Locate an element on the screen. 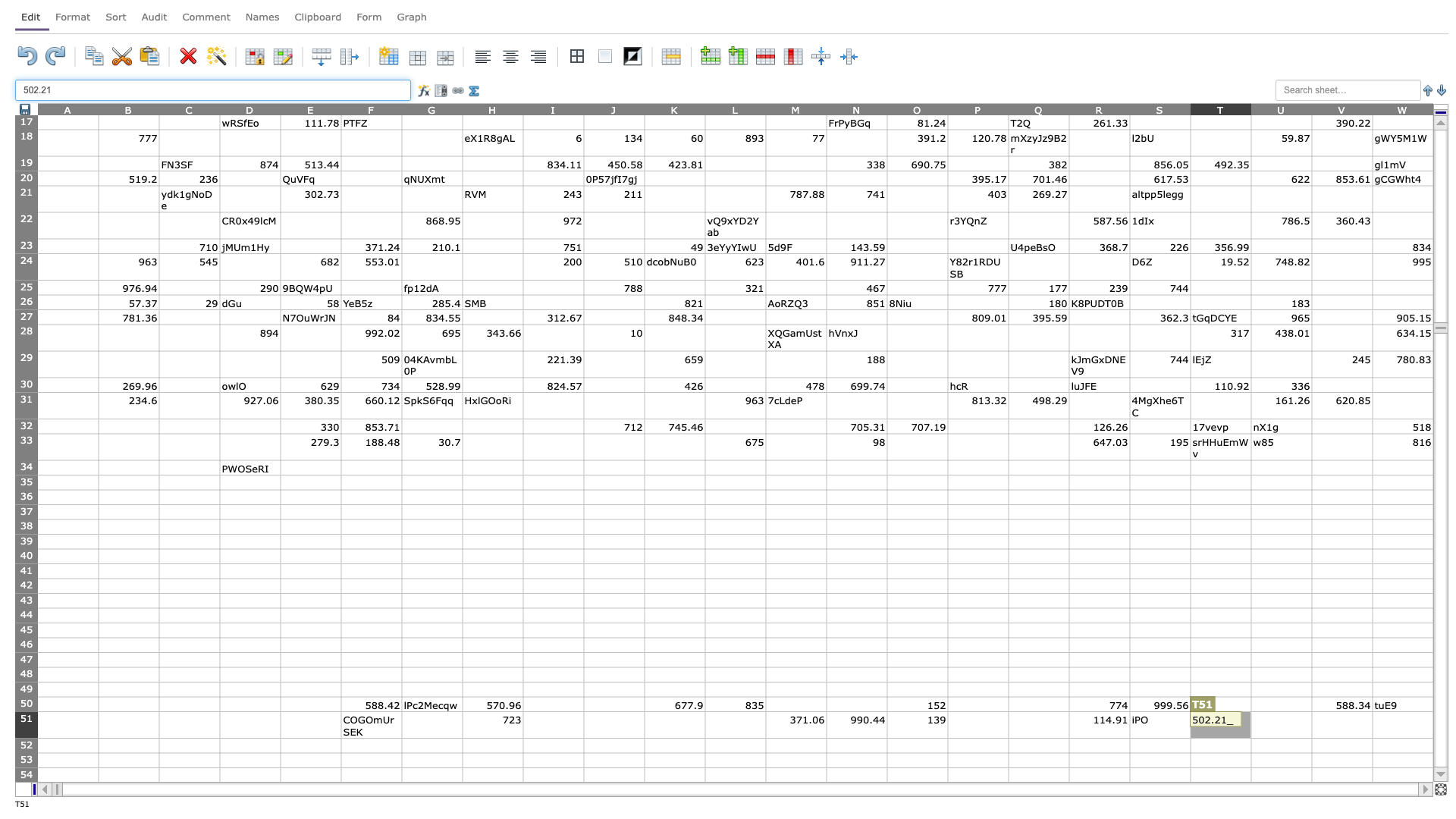 The width and height of the screenshot is (1456, 819). Place cursor on top left corner of W51 is located at coordinates (1372, 711).